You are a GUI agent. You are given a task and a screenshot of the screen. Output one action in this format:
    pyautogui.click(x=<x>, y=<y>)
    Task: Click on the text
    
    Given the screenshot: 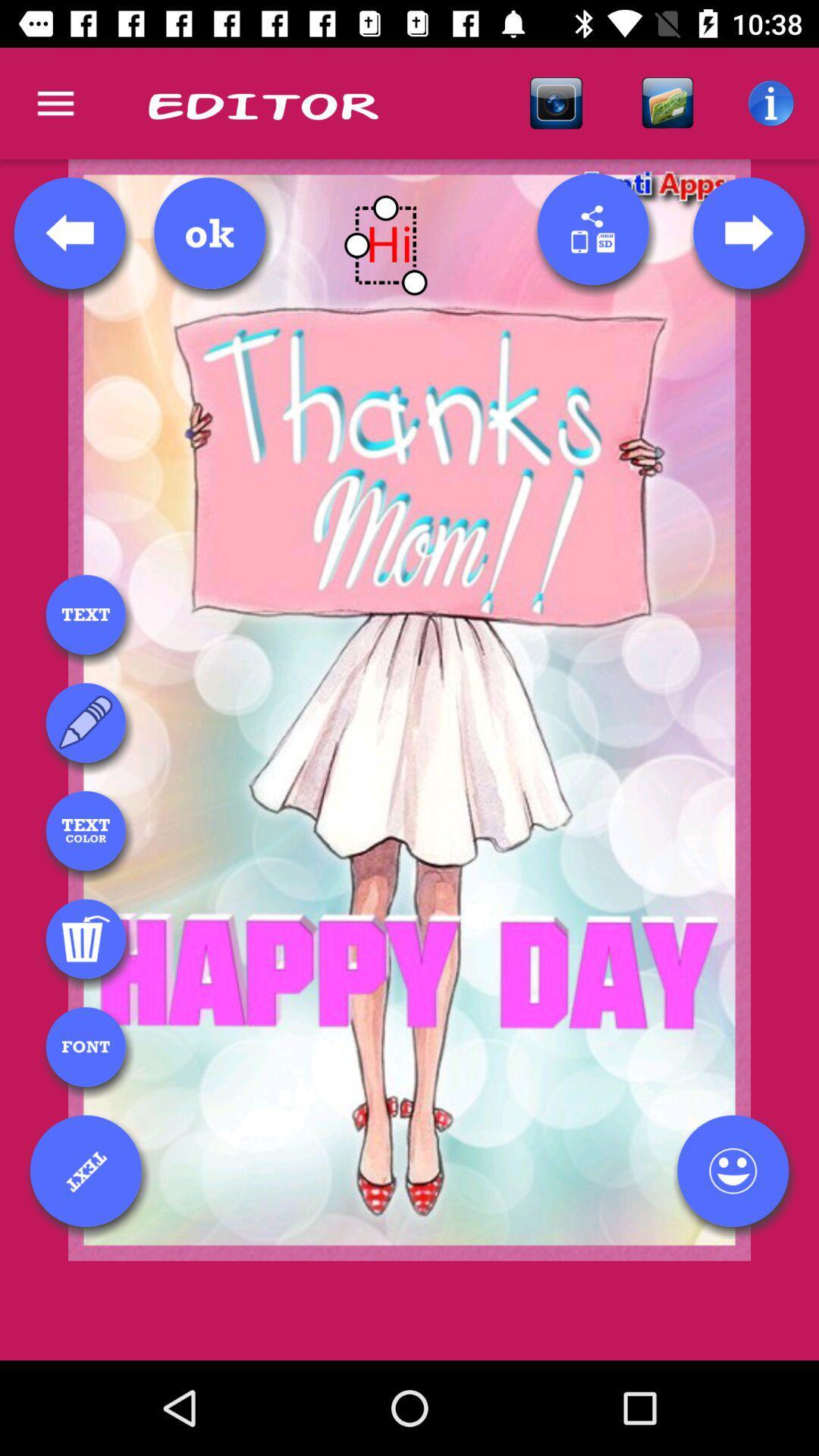 What is the action you would take?
    pyautogui.click(x=86, y=614)
    